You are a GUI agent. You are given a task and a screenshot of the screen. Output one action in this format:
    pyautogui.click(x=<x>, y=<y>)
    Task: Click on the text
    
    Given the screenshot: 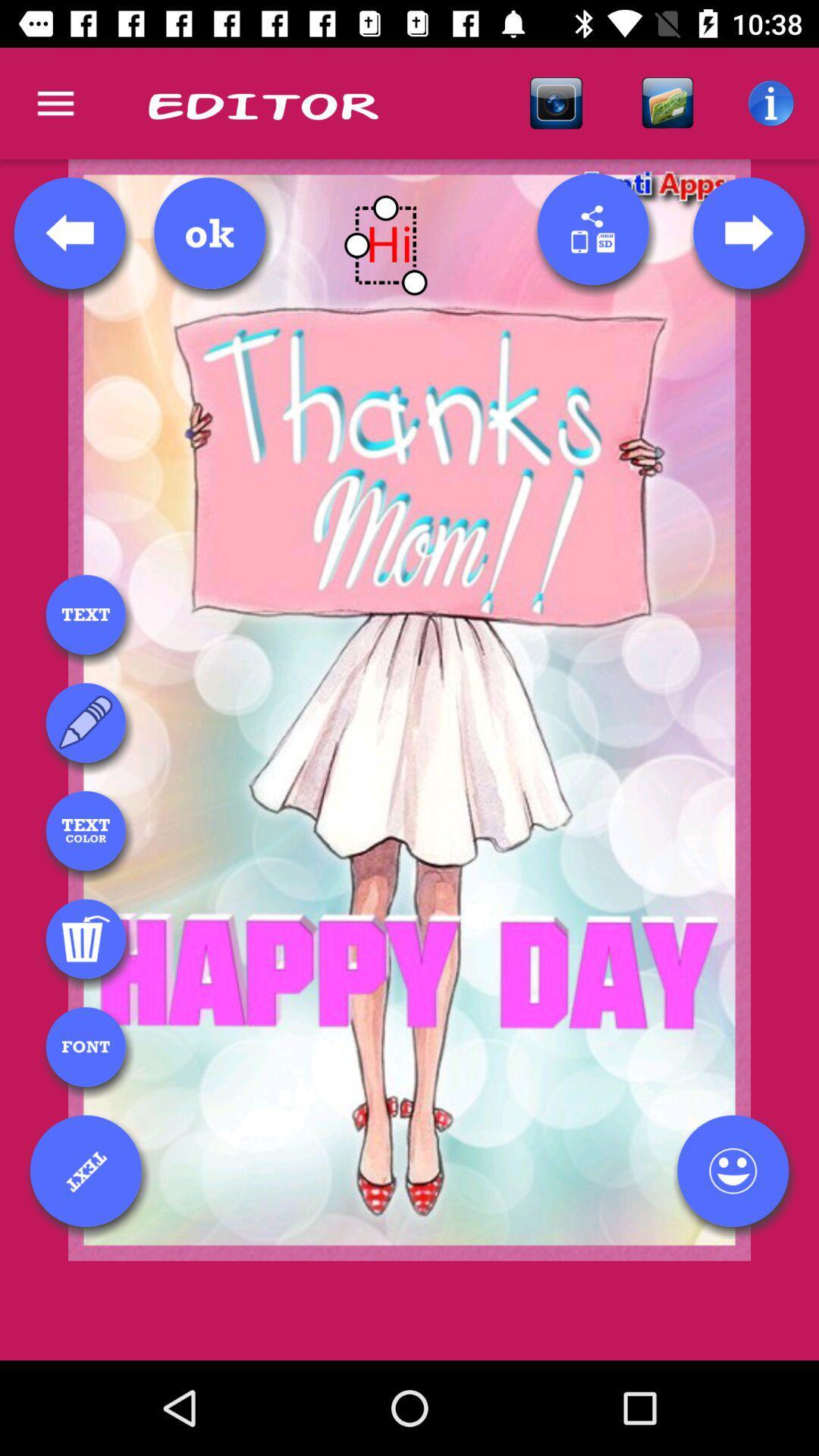 What is the action you would take?
    pyautogui.click(x=86, y=614)
    